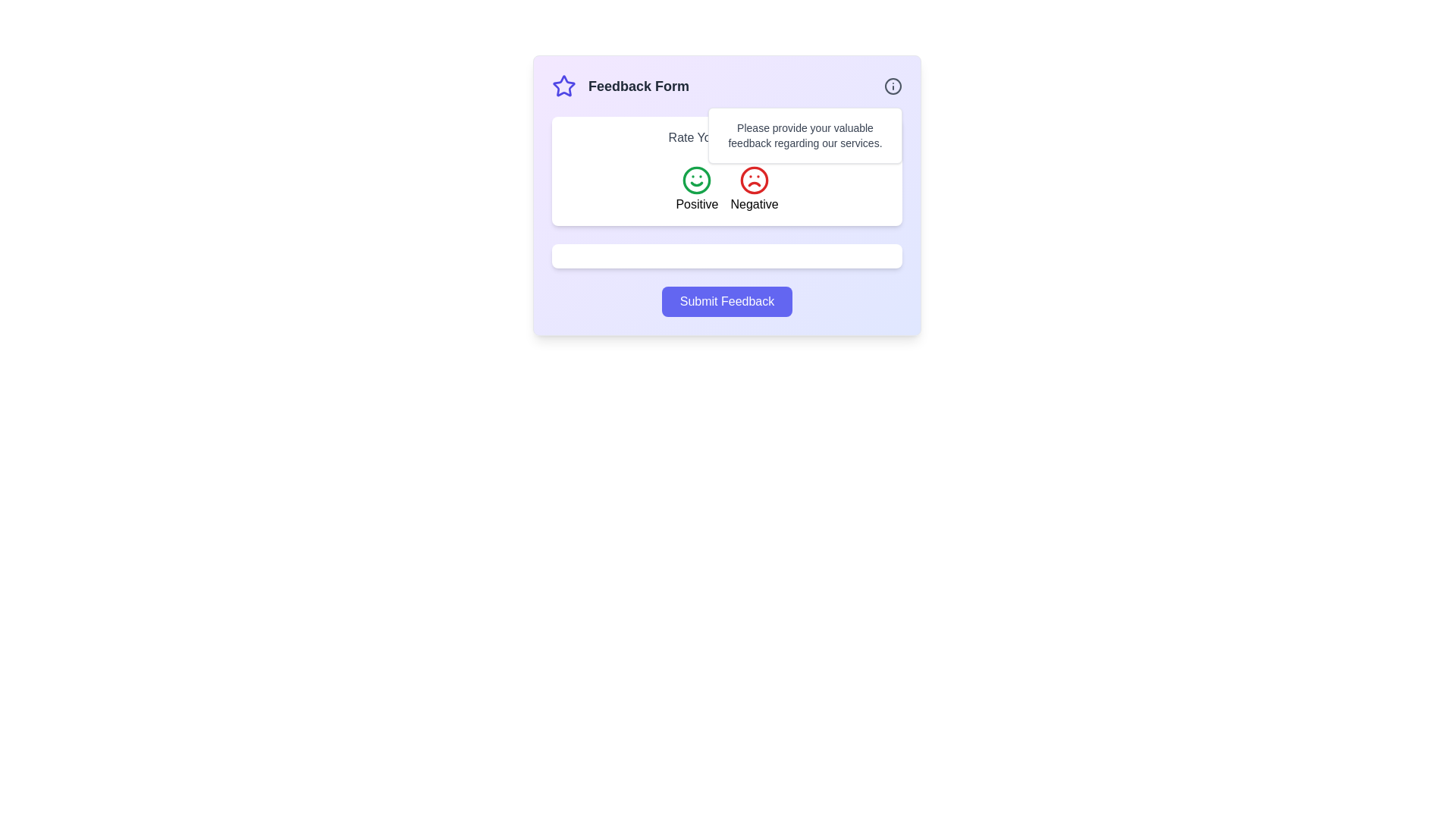  What do you see at coordinates (563, 86) in the screenshot?
I see `the star-shaped icon rendered in bold indigo color next to the 'Feedback Form' label` at bounding box center [563, 86].